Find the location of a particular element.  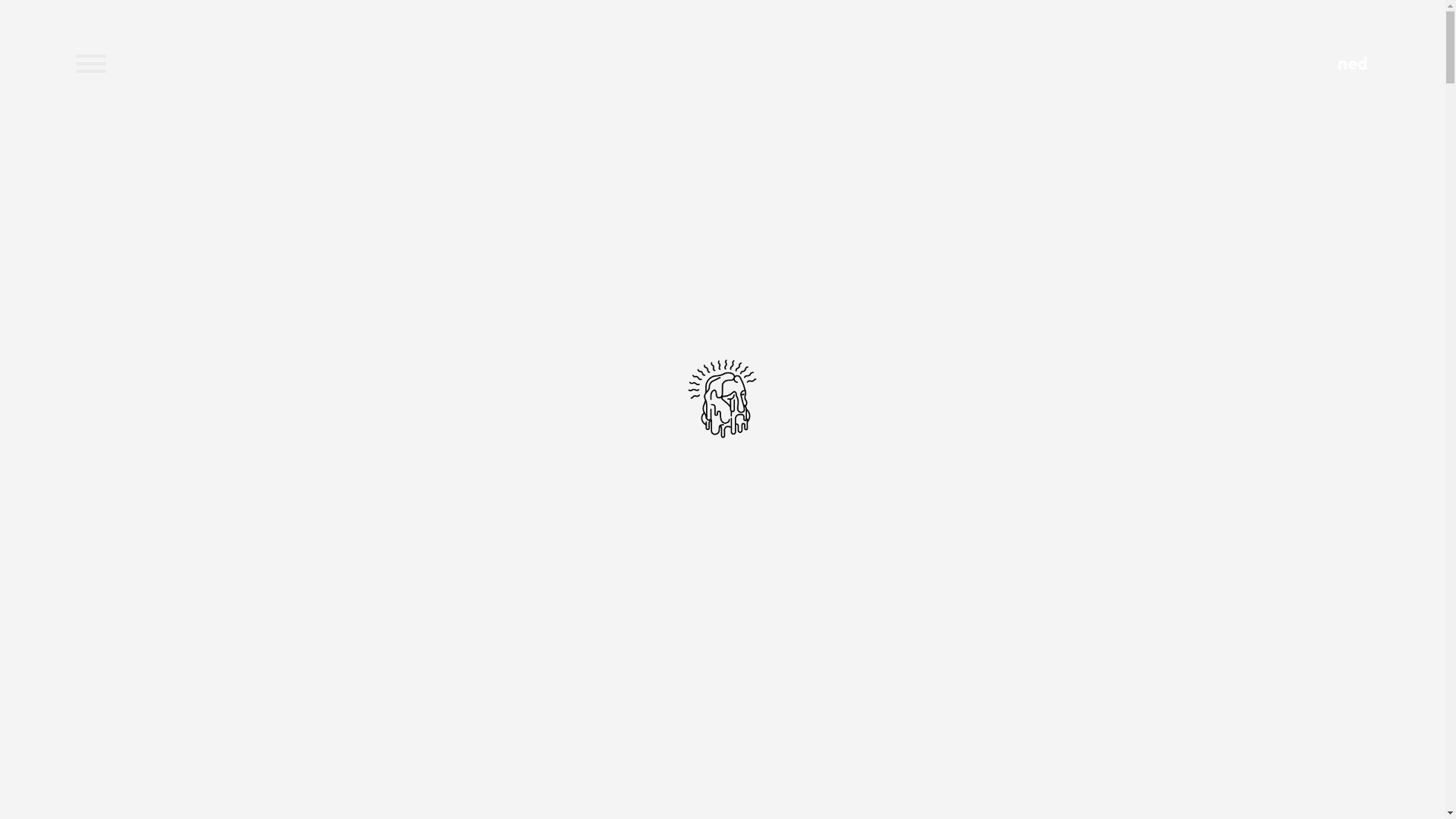

'ned' is located at coordinates (1329, 65).